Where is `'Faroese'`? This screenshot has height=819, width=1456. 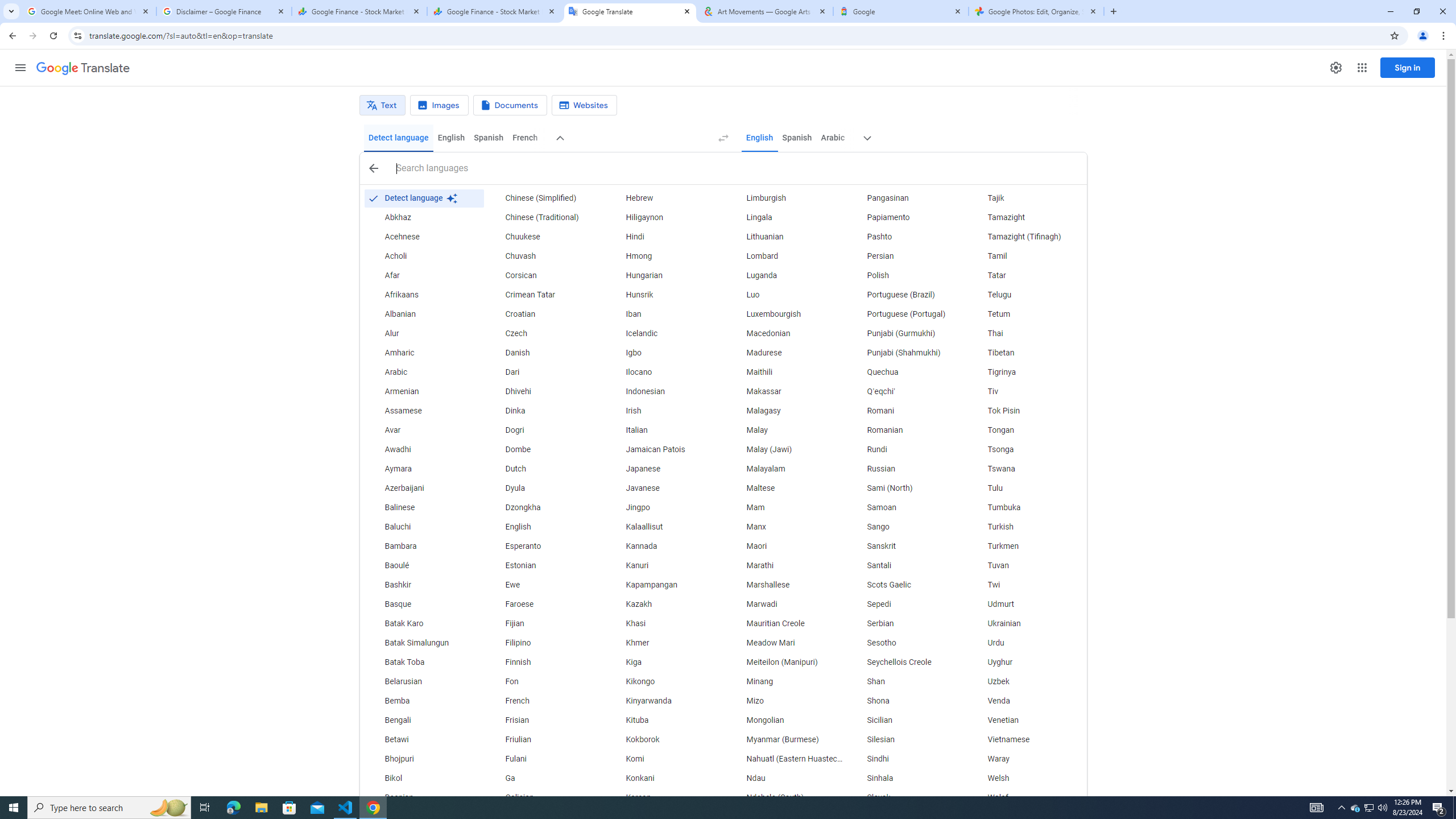
'Faroese' is located at coordinates (544, 603).